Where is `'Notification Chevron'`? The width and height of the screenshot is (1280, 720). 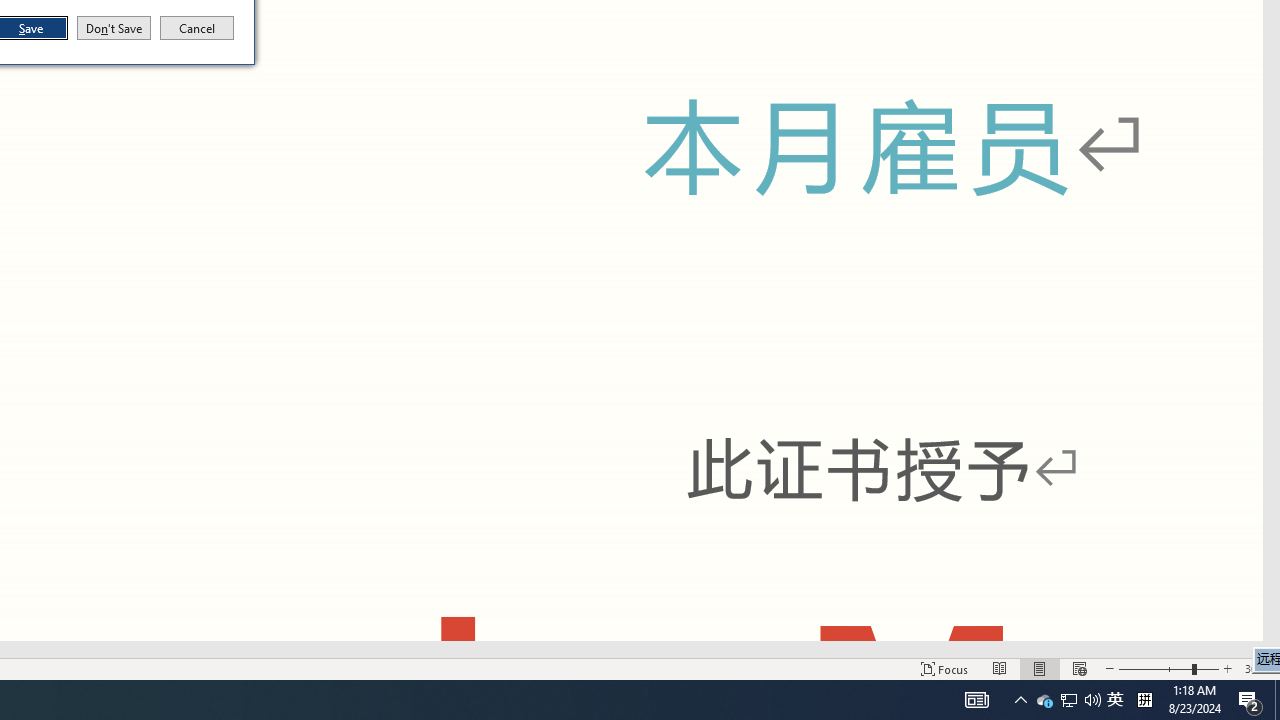 'Notification Chevron' is located at coordinates (1020, 698).